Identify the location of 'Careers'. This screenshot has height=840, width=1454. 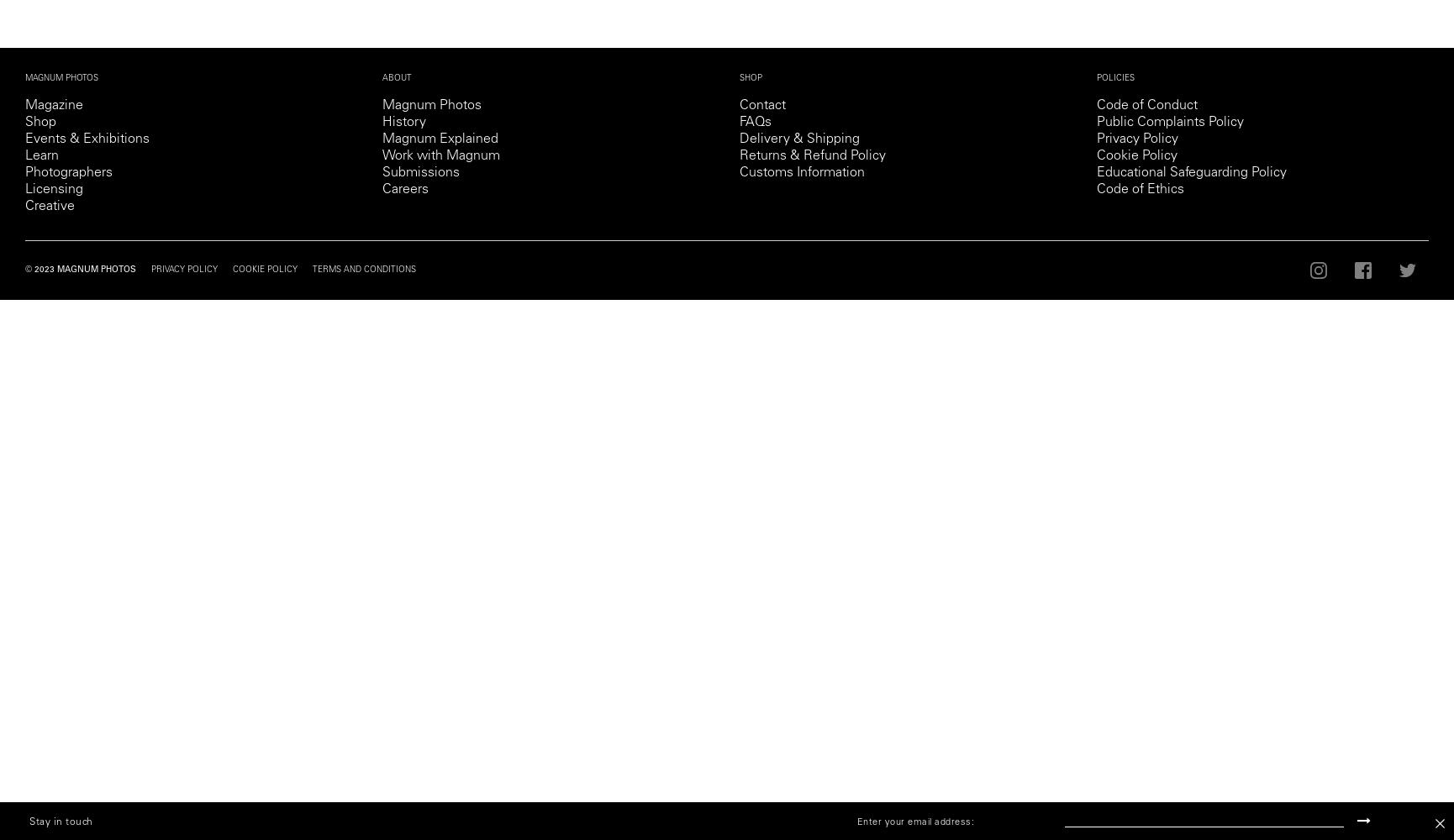
(404, 189).